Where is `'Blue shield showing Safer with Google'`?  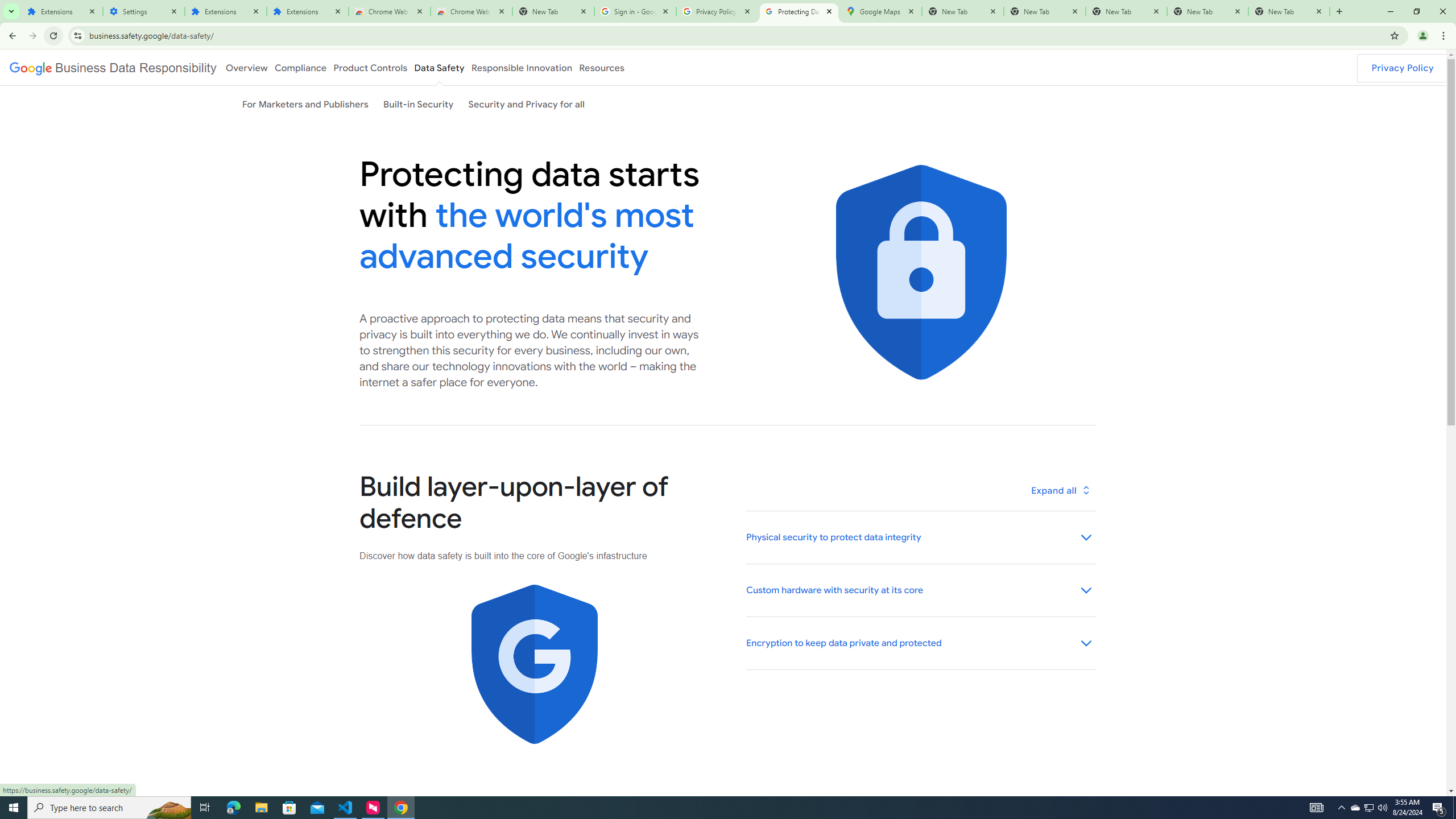 'Blue shield showing Safer with Google' is located at coordinates (533, 664).